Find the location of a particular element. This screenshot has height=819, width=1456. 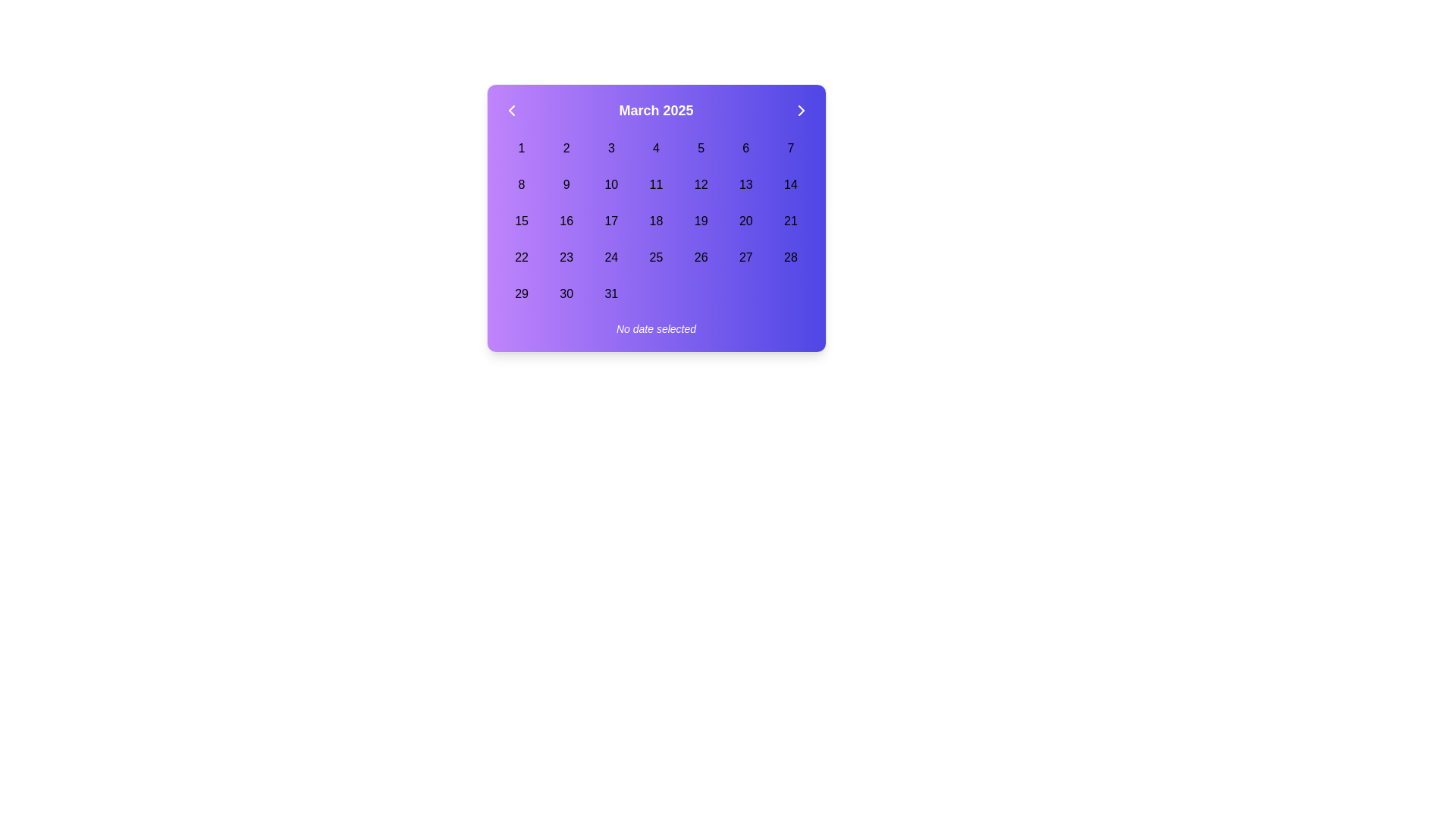

the button representing the 7th day in the calendar grid is located at coordinates (789, 149).